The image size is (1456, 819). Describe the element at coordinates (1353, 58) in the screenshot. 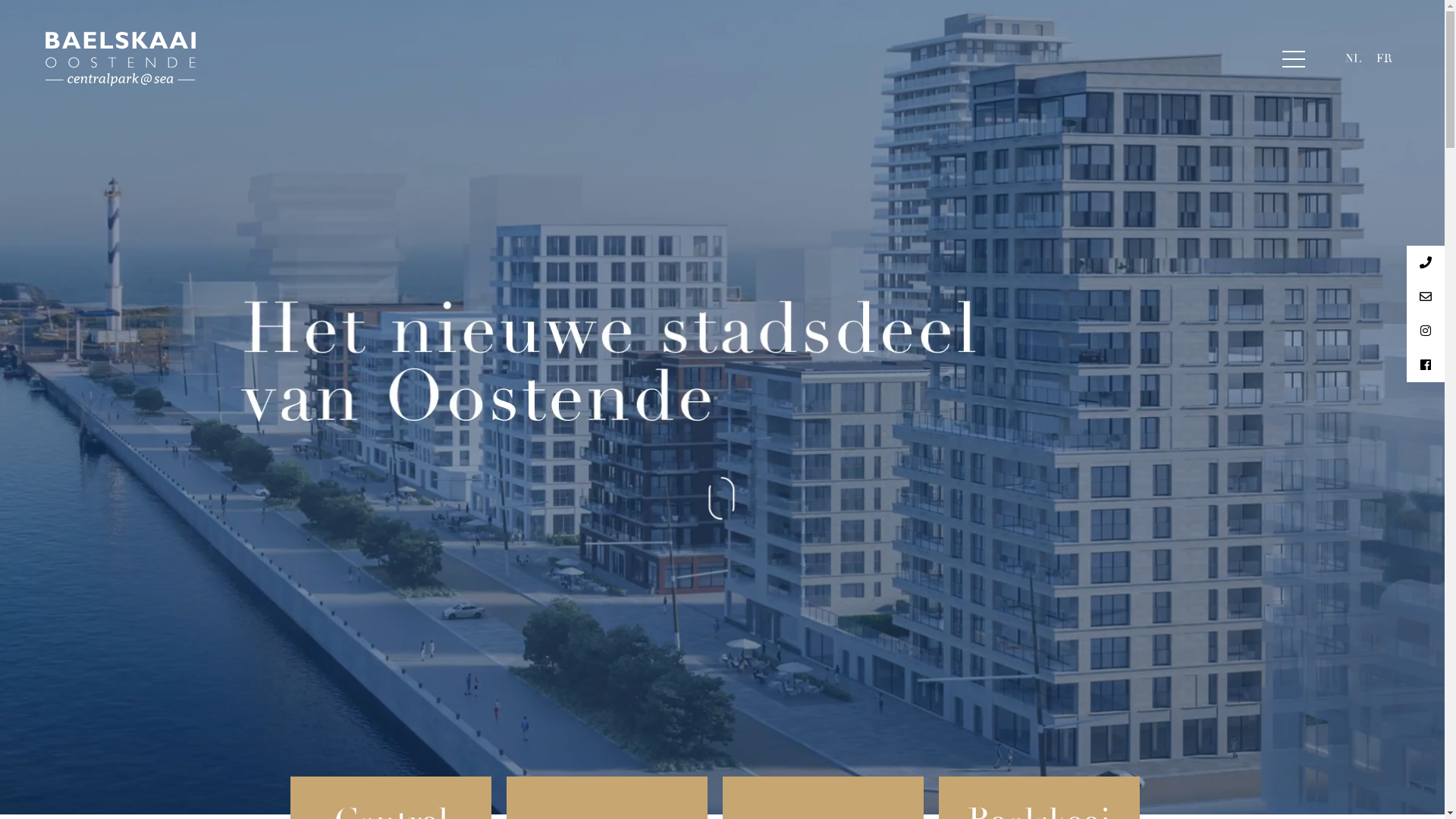

I see `'NL'` at that location.